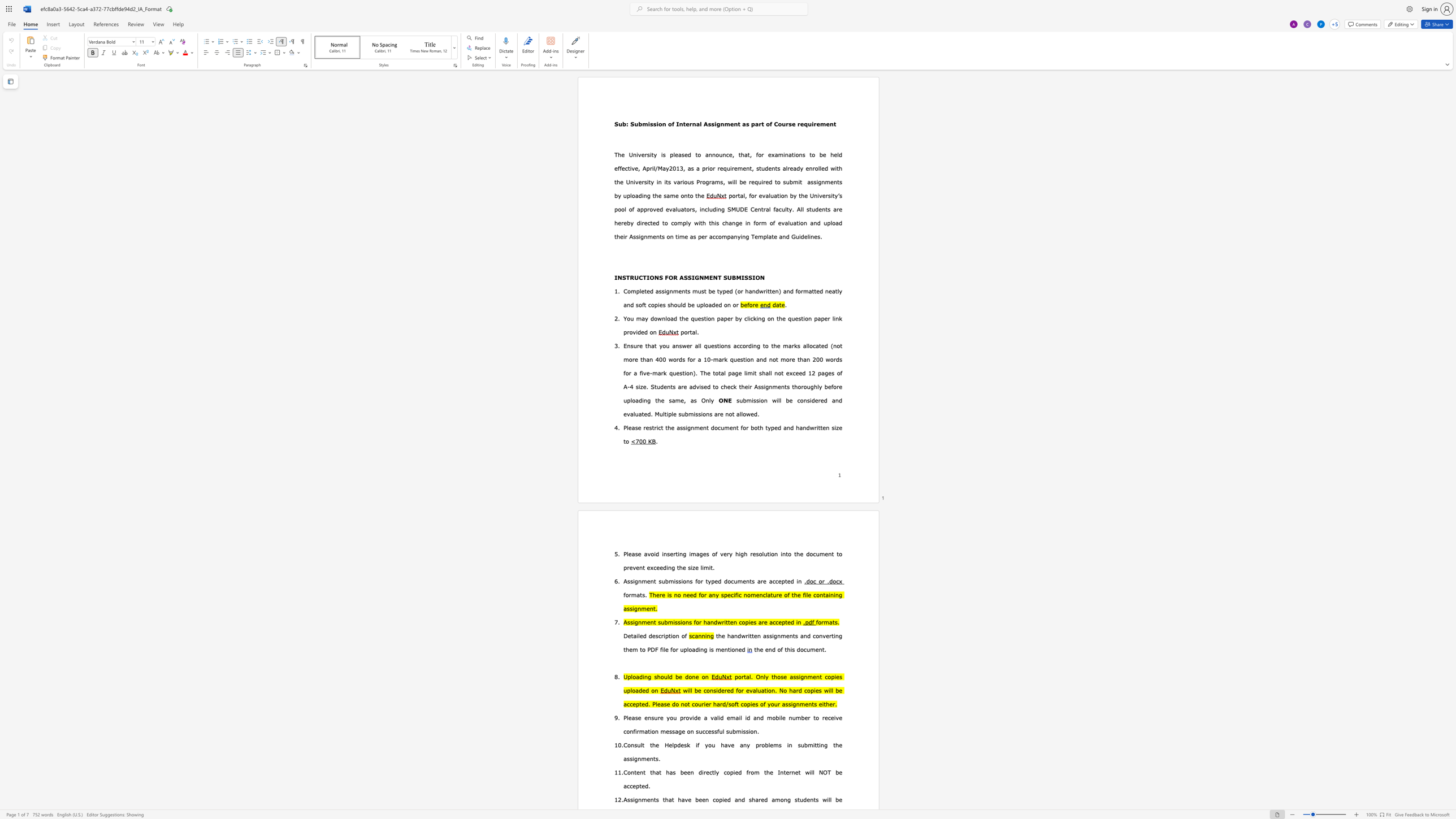 This screenshot has width=1456, height=819. What do you see at coordinates (837, 154) in the screenshot?
I see `the 1th character "l" in the text` at bounding box center [837, 154].